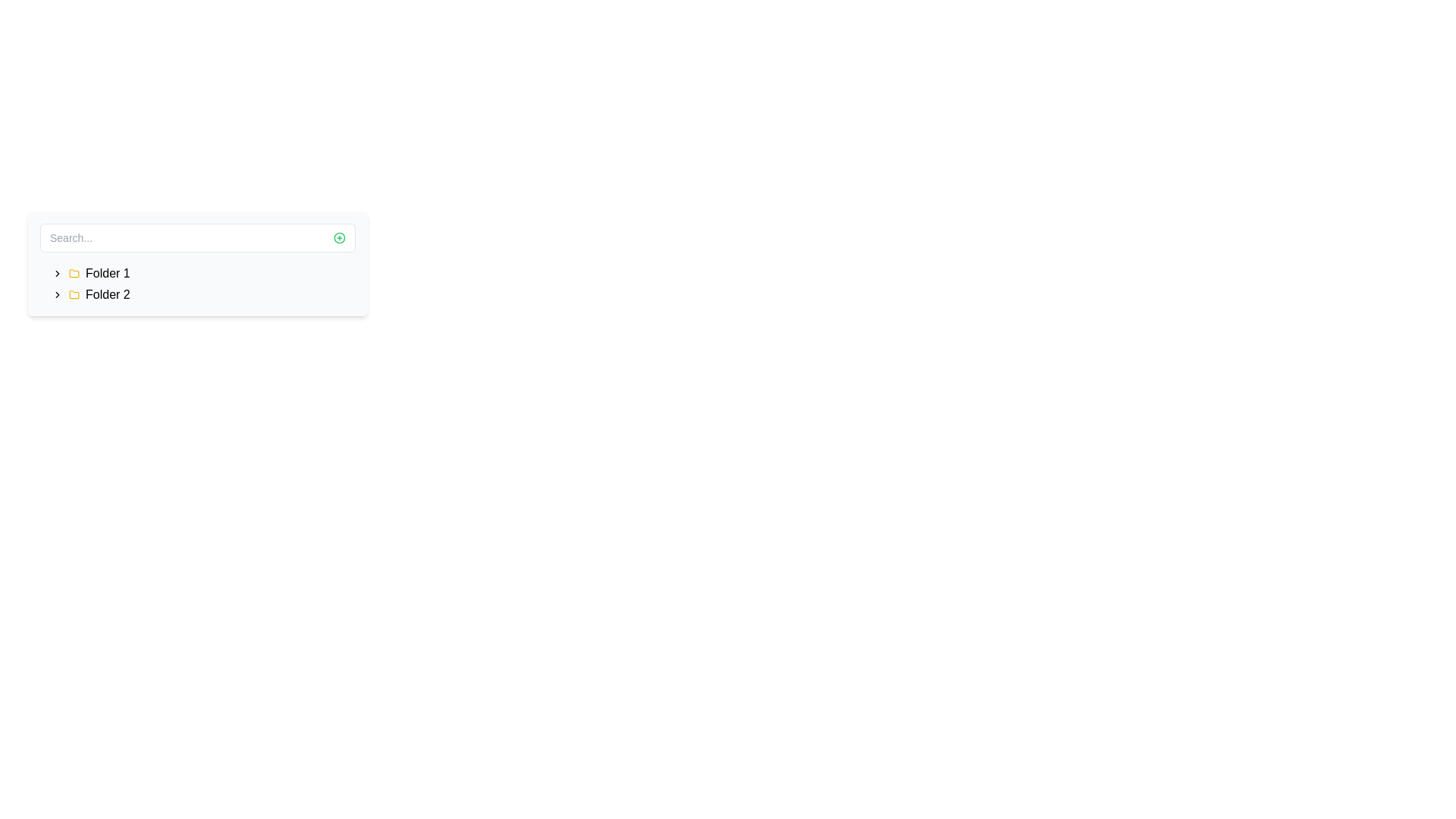  What do you see at coordinates (338, 237) in the screenshot?
I see `the circular decorative element representing the boundary of a plus icon located at the top-right corner near the search bar interface` at bounding box center [338, 237].